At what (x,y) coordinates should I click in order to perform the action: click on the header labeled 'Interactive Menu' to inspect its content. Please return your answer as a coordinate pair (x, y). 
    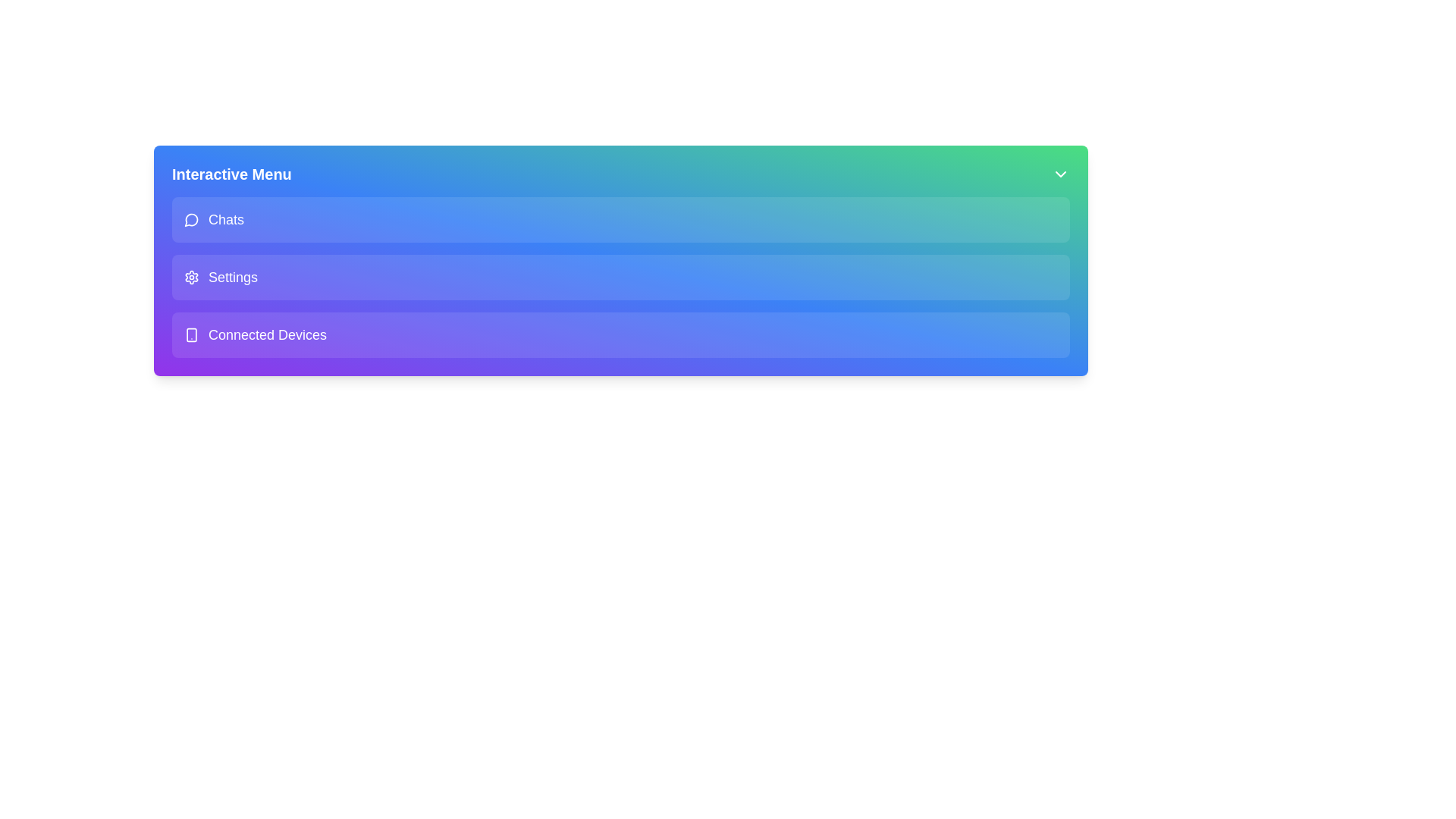
    Looking at the image, I should click on (621, 174).